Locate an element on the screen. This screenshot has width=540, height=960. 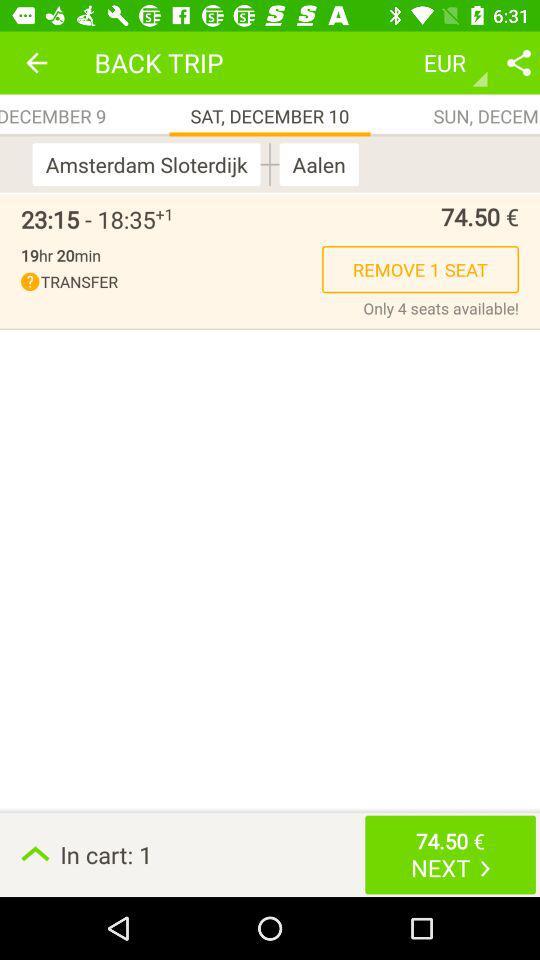
the icon next to the remove 1 seat icon is located at coordinates (171, 281).